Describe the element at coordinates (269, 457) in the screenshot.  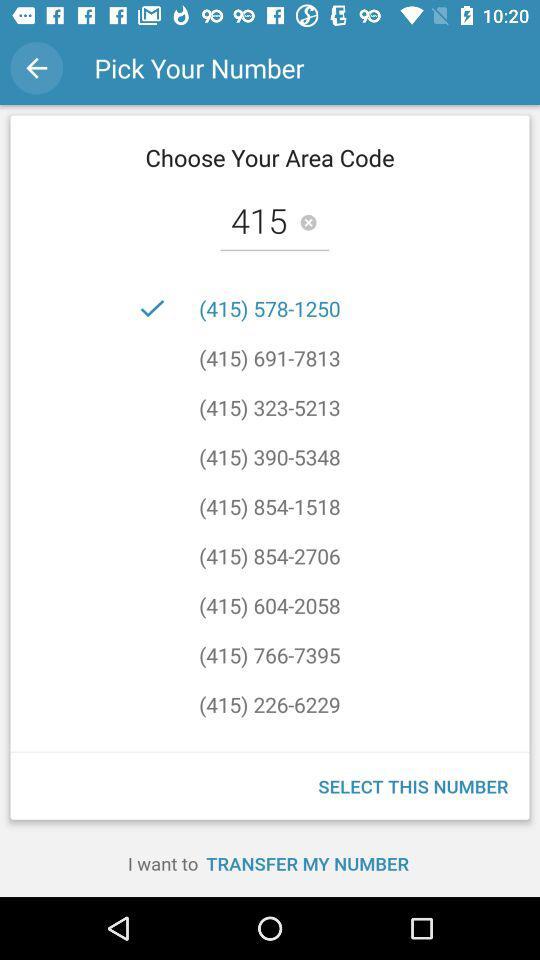
I see `item below (415) 323-5213` at that location.